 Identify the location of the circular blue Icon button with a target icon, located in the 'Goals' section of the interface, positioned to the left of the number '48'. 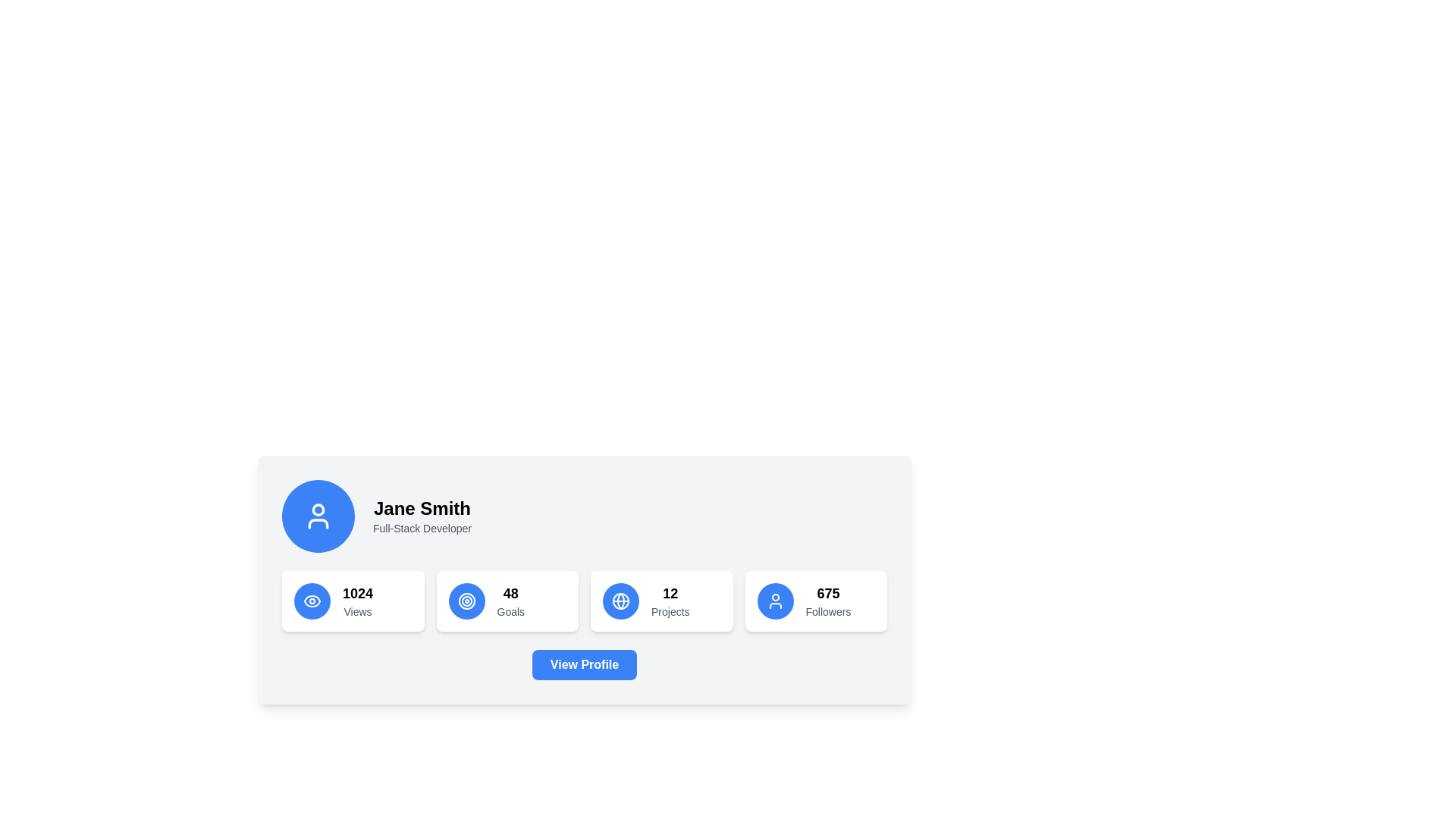
(466, 601).